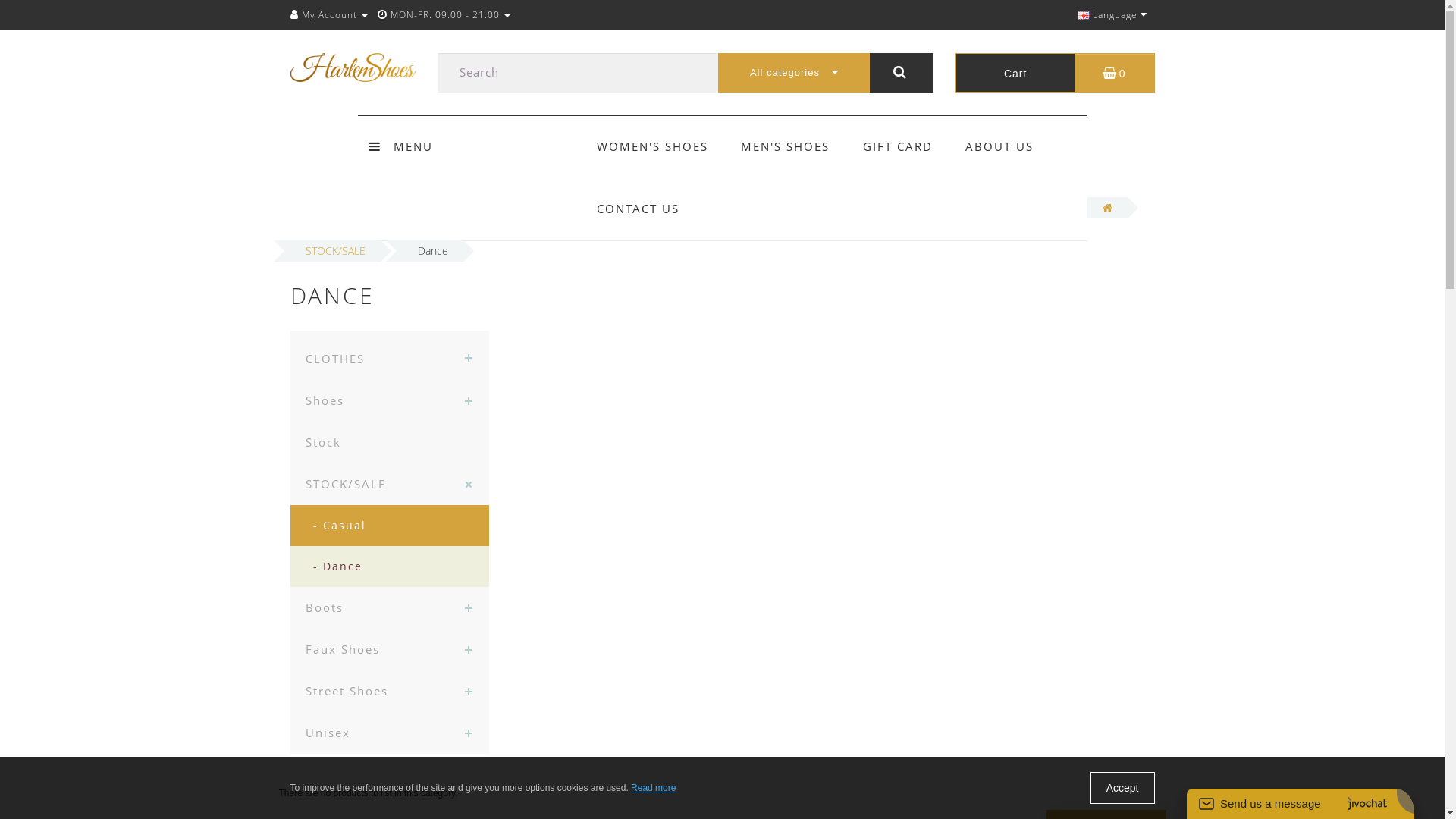 Image resolution: width=1456 pixels, height=819 pixels. I want to click on 'All categories', so click(792, 73).